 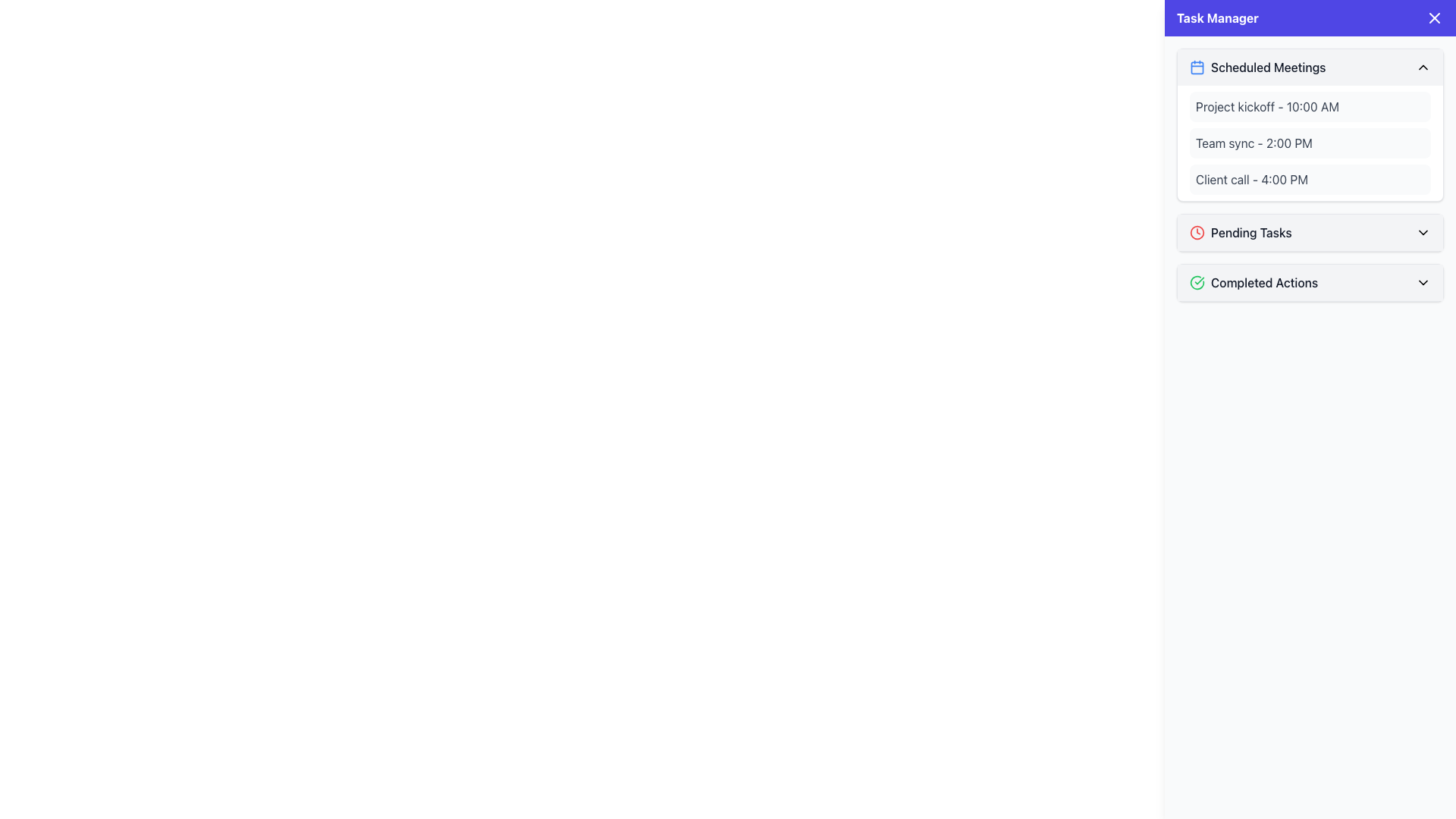 What do you see at coordinates (1422, 233) in the screenshot?
I see `the Dropdown indicator icon at the extreme right of the 'Pending Tasks' section header` at bounding box center [1422, 233].